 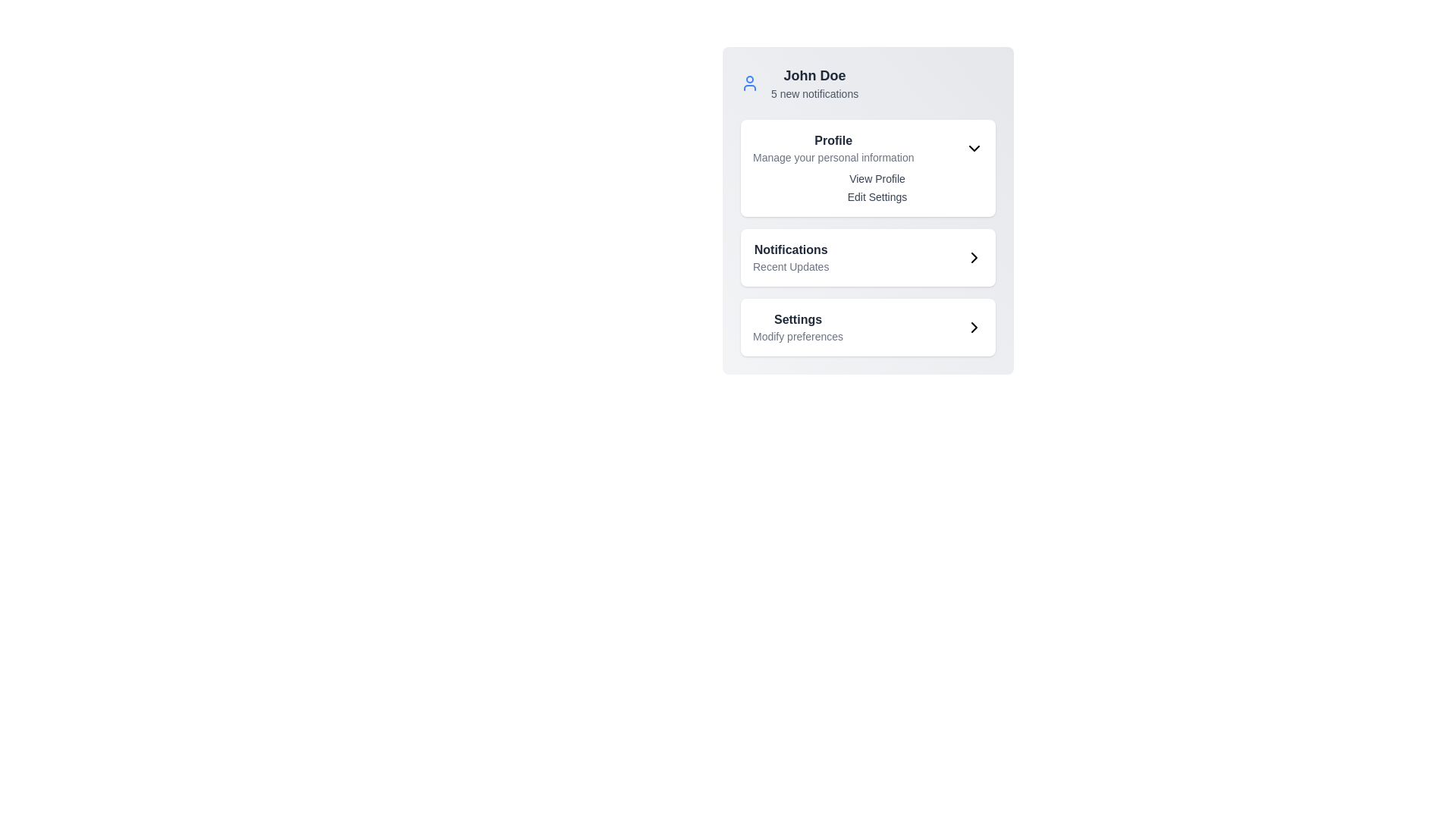 I want to click on the right-pointing chevron icon located at the end of the 'Settings' row, so click(x=974, y=327).